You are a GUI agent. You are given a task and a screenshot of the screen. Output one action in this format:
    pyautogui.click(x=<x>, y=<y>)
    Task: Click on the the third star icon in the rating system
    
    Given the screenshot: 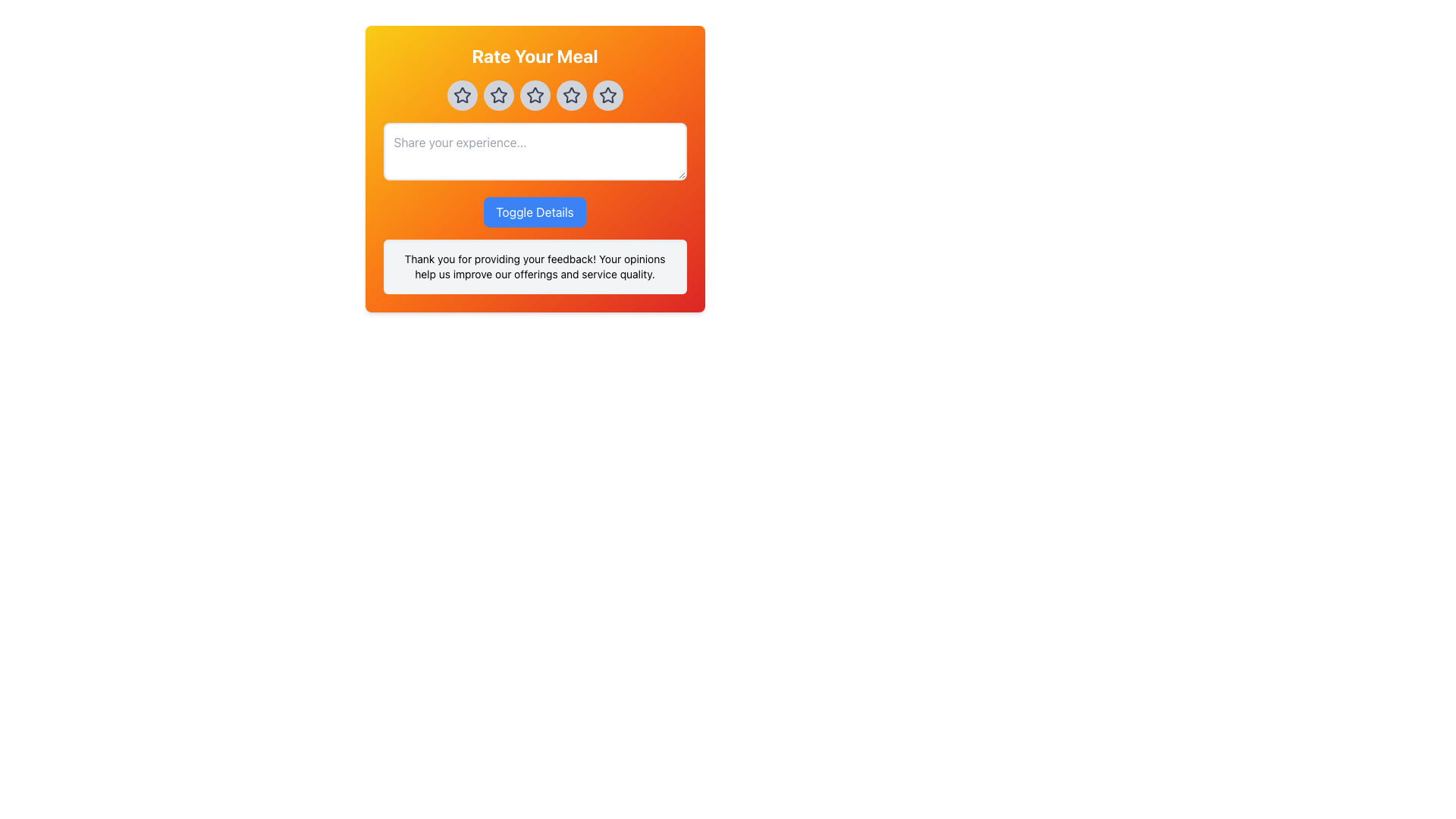 What is the action you would take?
    pyautogui.click(x=535, y=95)
    